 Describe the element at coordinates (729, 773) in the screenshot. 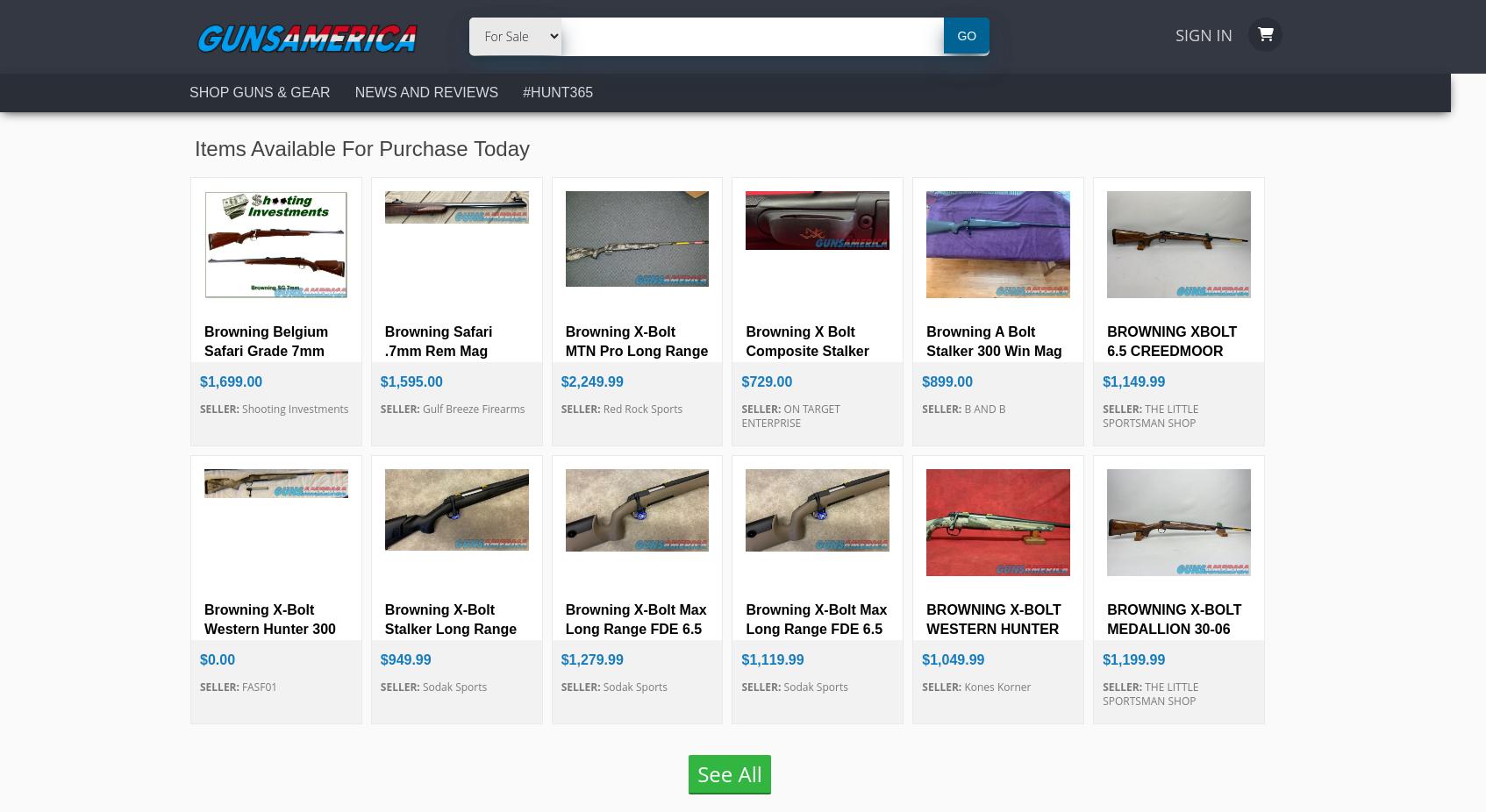

I see `'See All'` at that location.